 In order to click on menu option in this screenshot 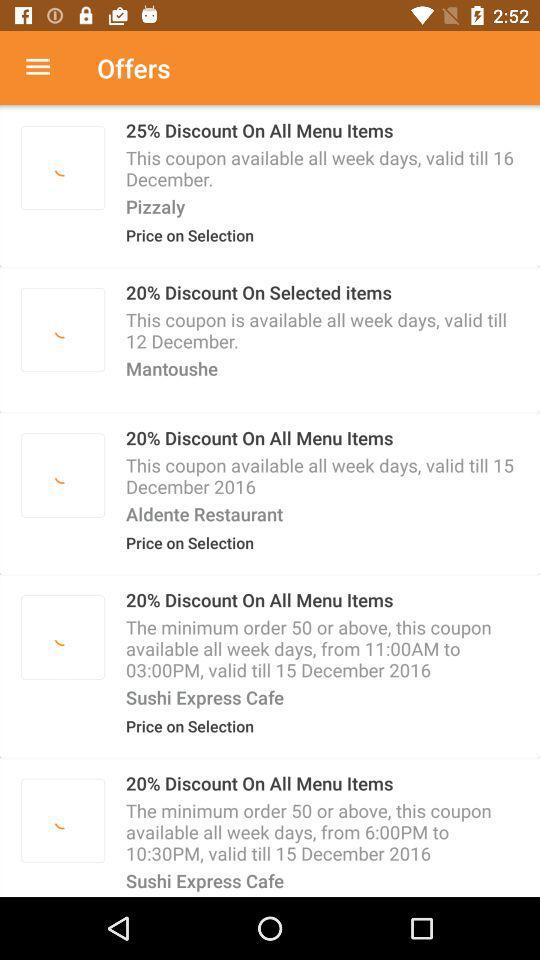, I will do `click(48, 68)`.